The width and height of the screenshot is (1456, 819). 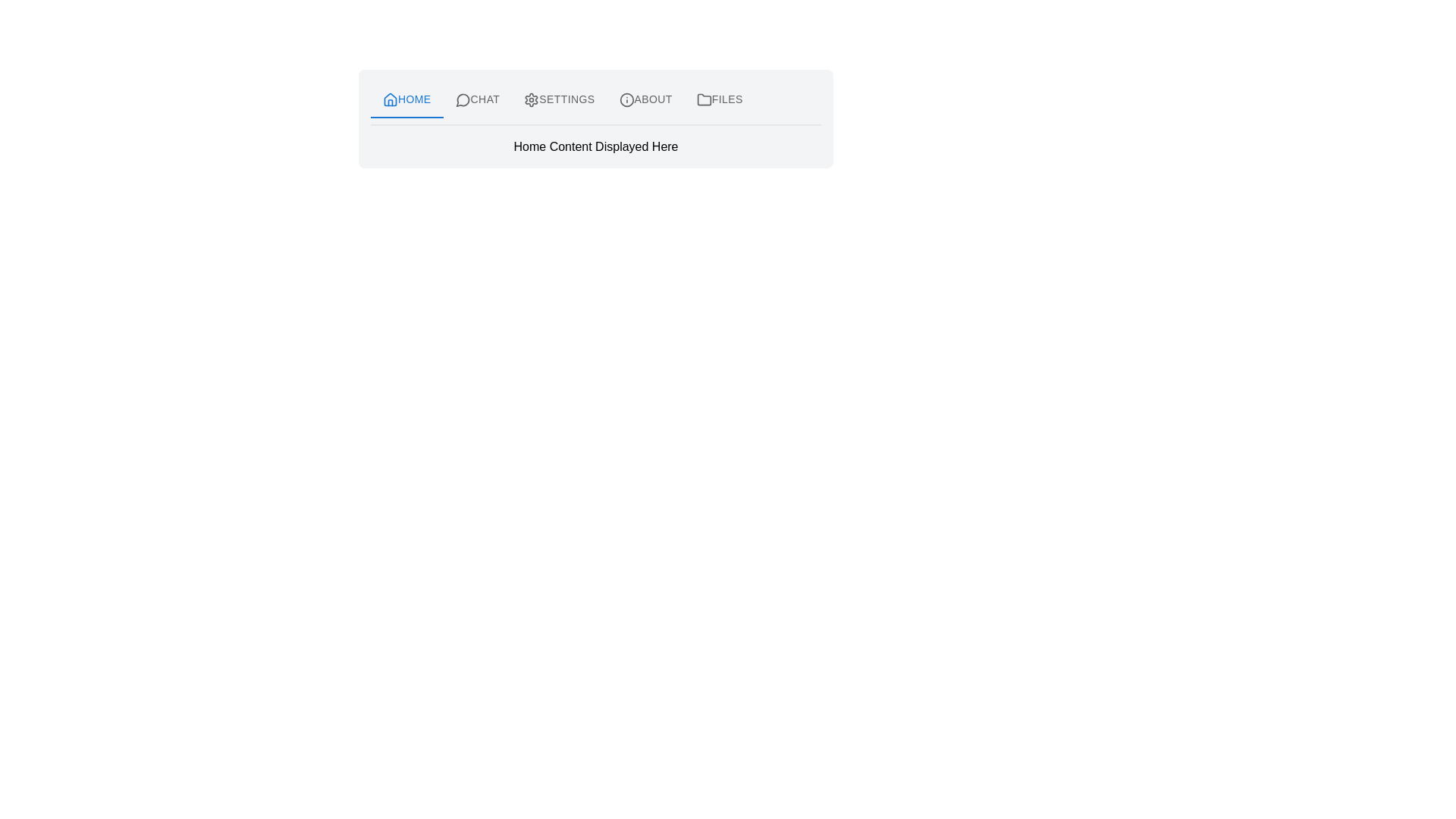 What do you see at coordinates (645, 99) in the screenshot?
I see `the fourth tab item in the navigation bar, which contains an icon and text` at bounding box center [645, 99].